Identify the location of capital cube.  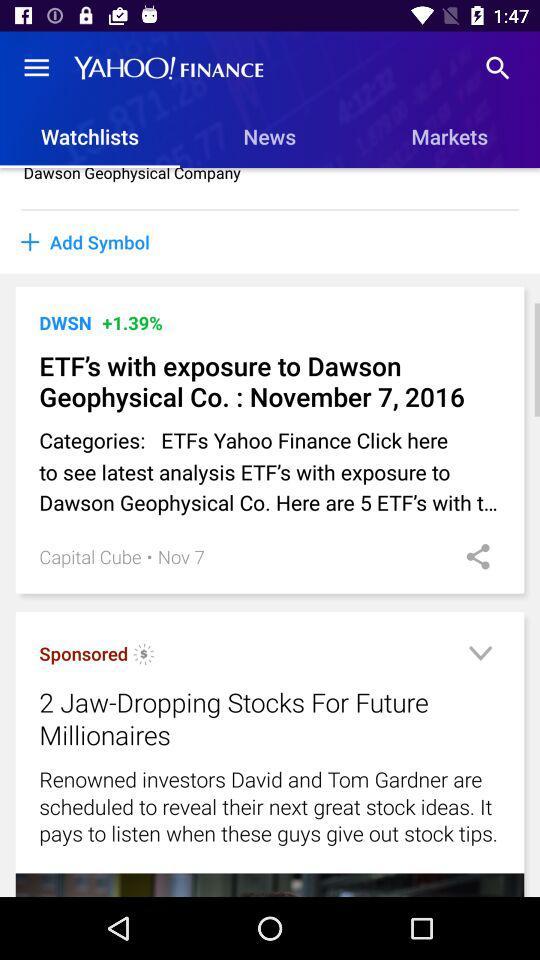
(89, 556).